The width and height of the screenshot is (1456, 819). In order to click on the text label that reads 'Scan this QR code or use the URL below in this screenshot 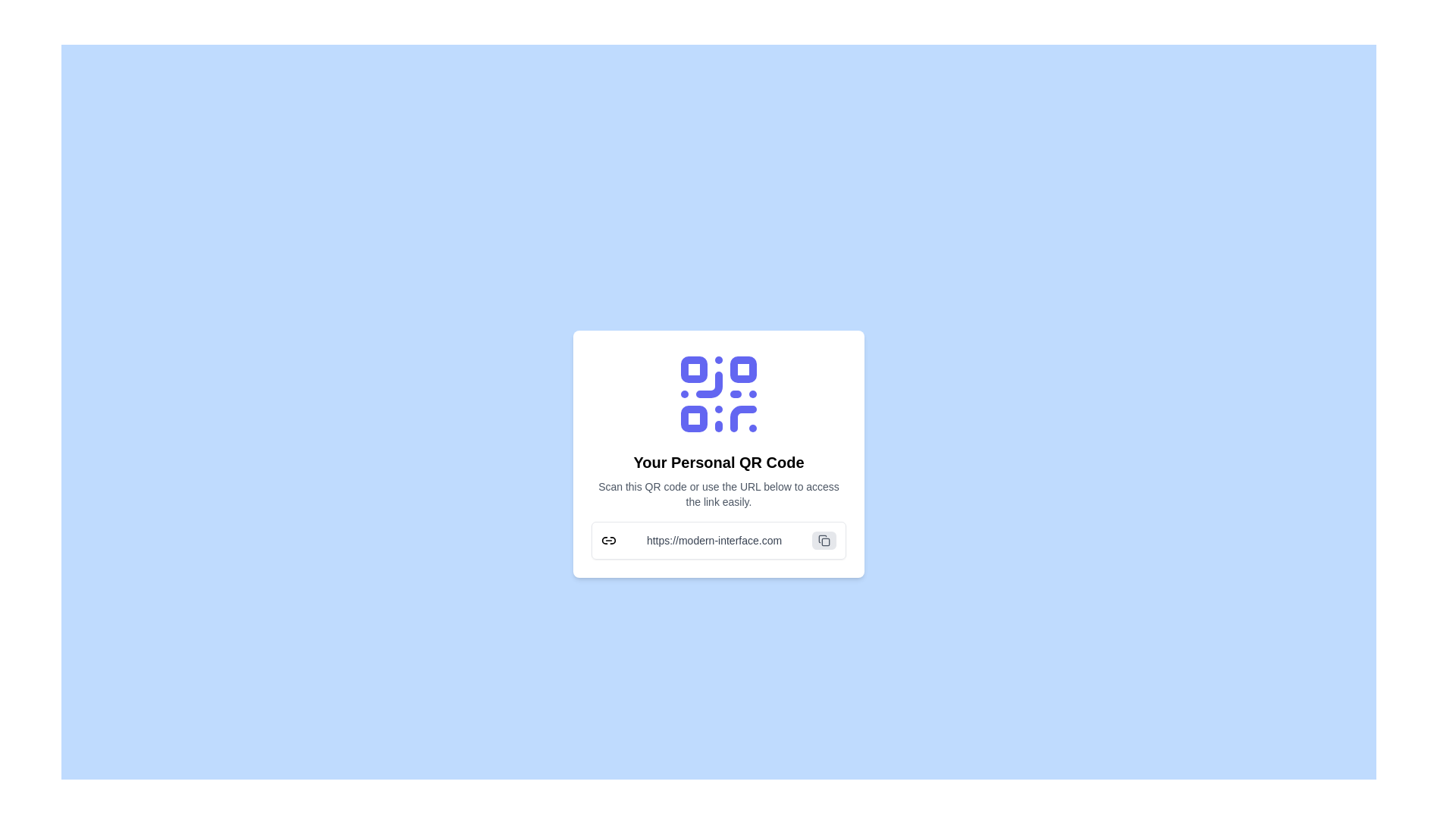, I will do `click(718, 494)`.